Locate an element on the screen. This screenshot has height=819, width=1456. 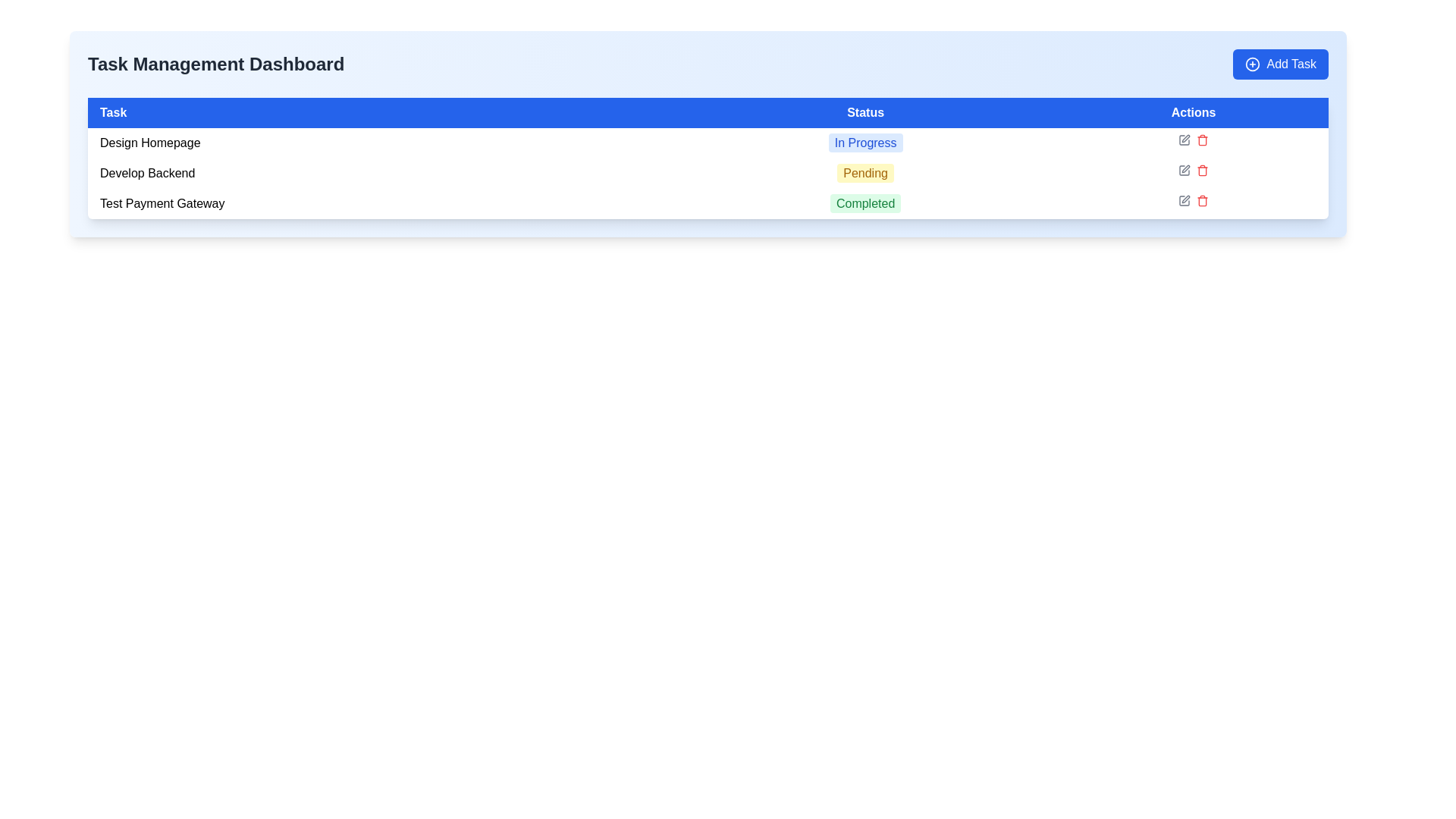
the Delete Action Icon, which is the second icon in the action column of the third row in the table is located at coordinates (1202, 170).